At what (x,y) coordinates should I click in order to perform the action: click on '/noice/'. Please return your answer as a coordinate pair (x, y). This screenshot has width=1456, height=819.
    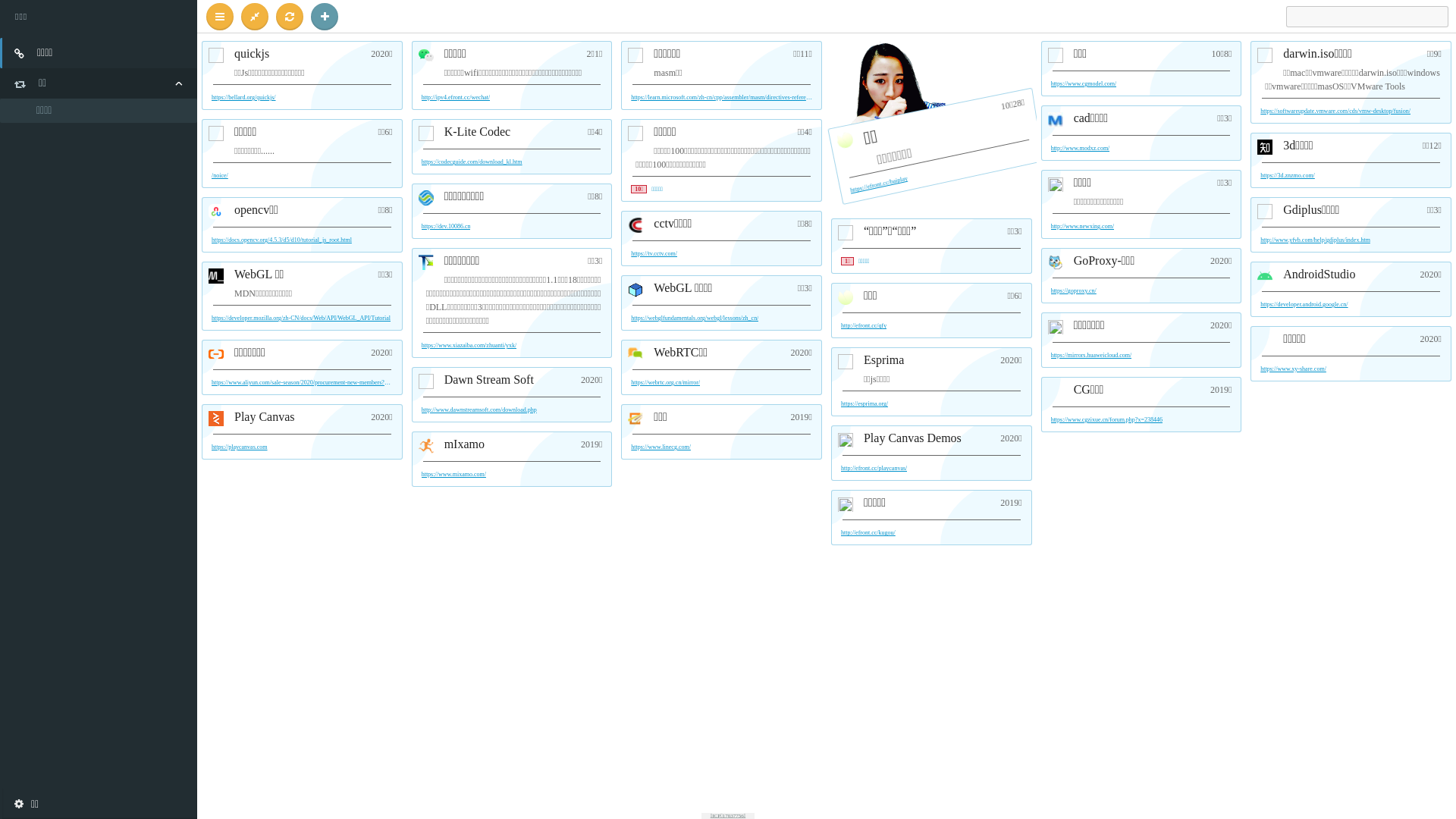
    Looking at the image, I should click on (218, 174).